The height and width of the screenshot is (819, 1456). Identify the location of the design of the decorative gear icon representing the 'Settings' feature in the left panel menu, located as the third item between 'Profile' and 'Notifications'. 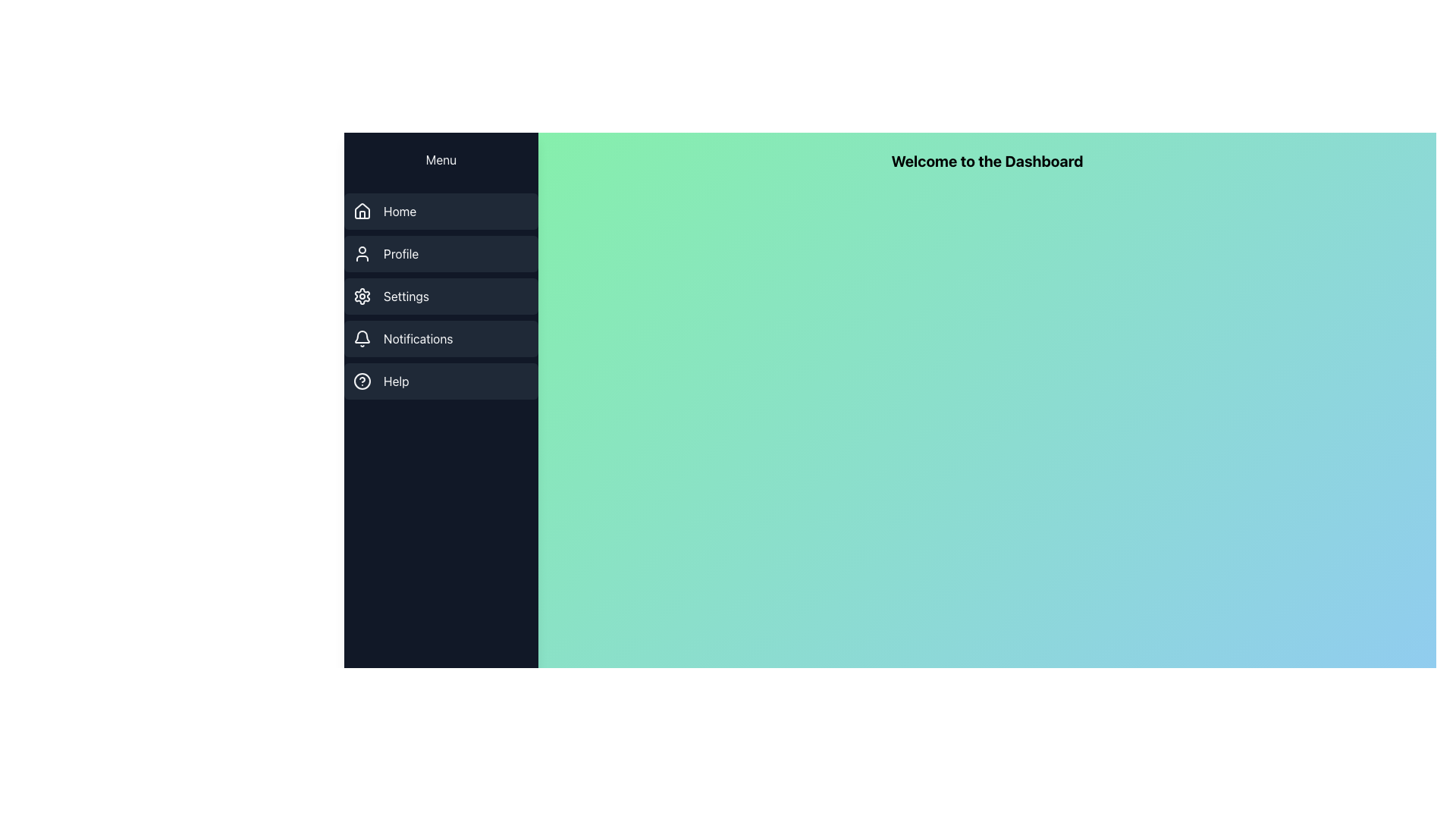
(362, 296).